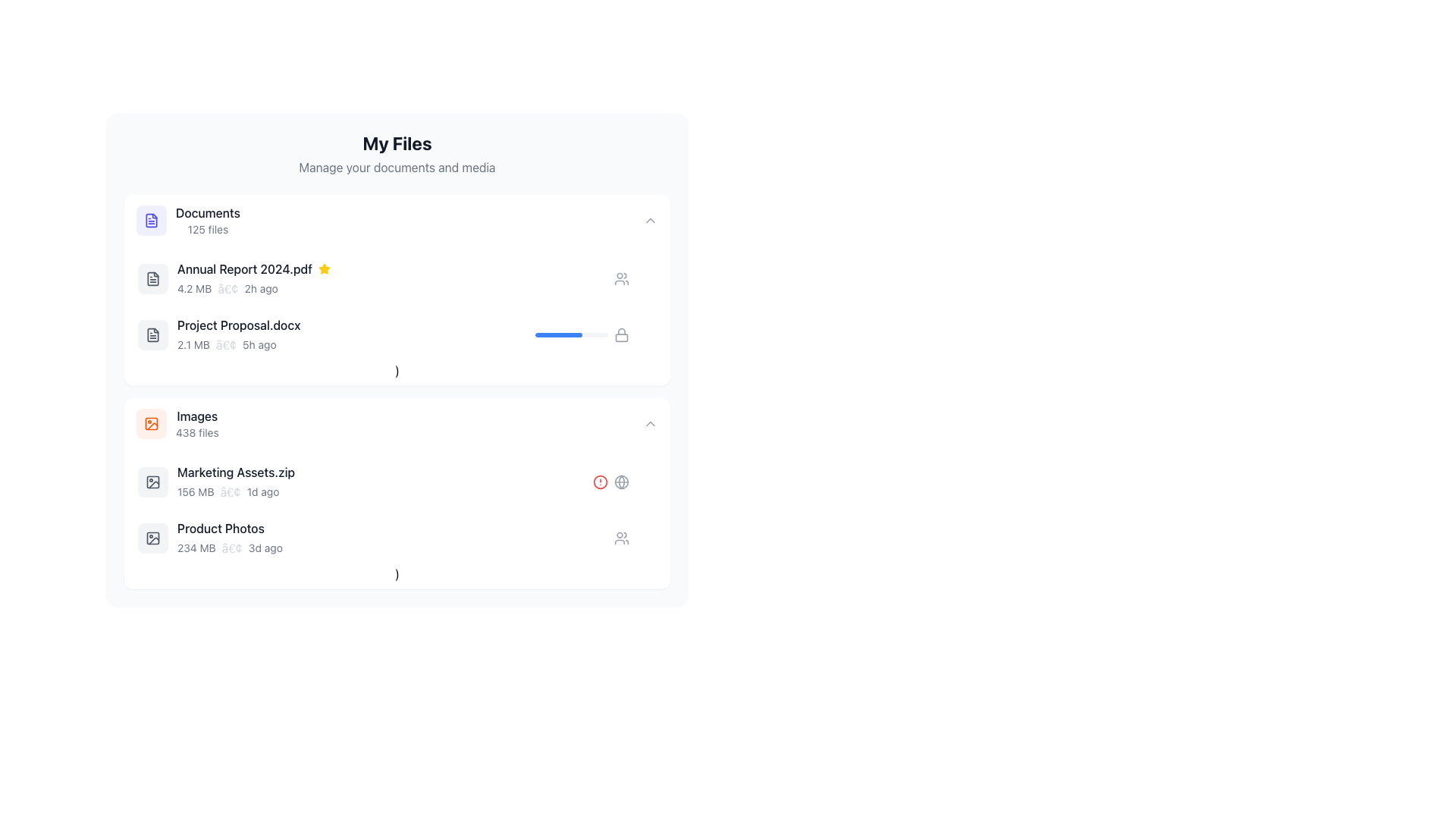  What do you see at coordinates (207, 230) in the screenshot?
I see `the label displaying '125 files' which is located directly beneath the 'Documents' label in a small, gray font` at bounding box center [207, 230].